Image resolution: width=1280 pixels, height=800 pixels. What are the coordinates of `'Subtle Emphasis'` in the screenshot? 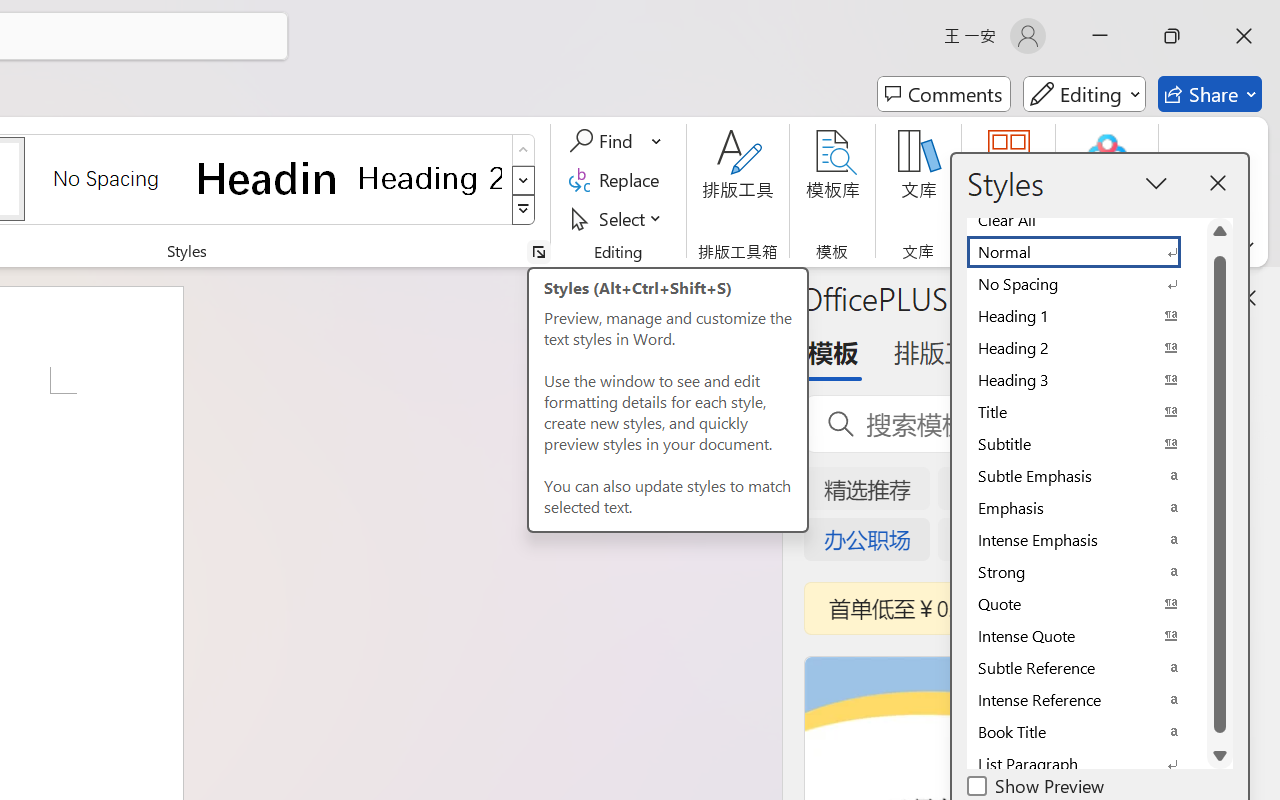 It's located at (1085, 476).